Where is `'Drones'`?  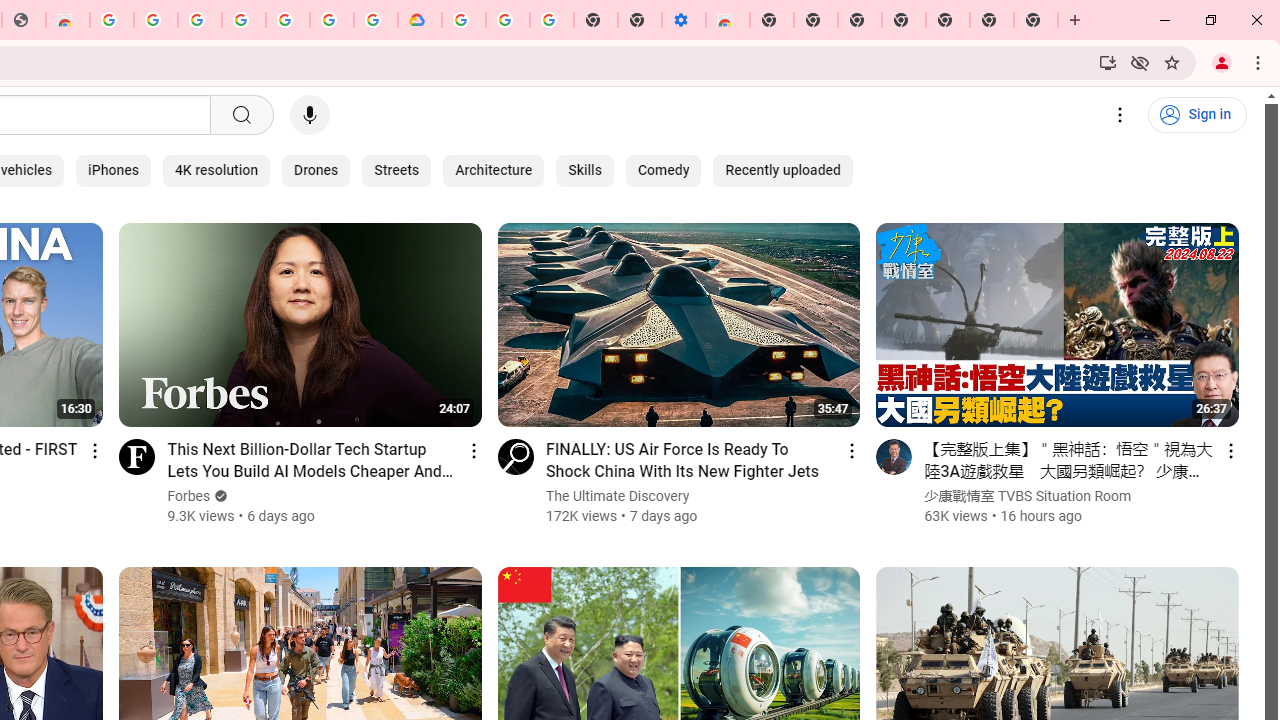
'Drones' is located at coordinates (315, 170).